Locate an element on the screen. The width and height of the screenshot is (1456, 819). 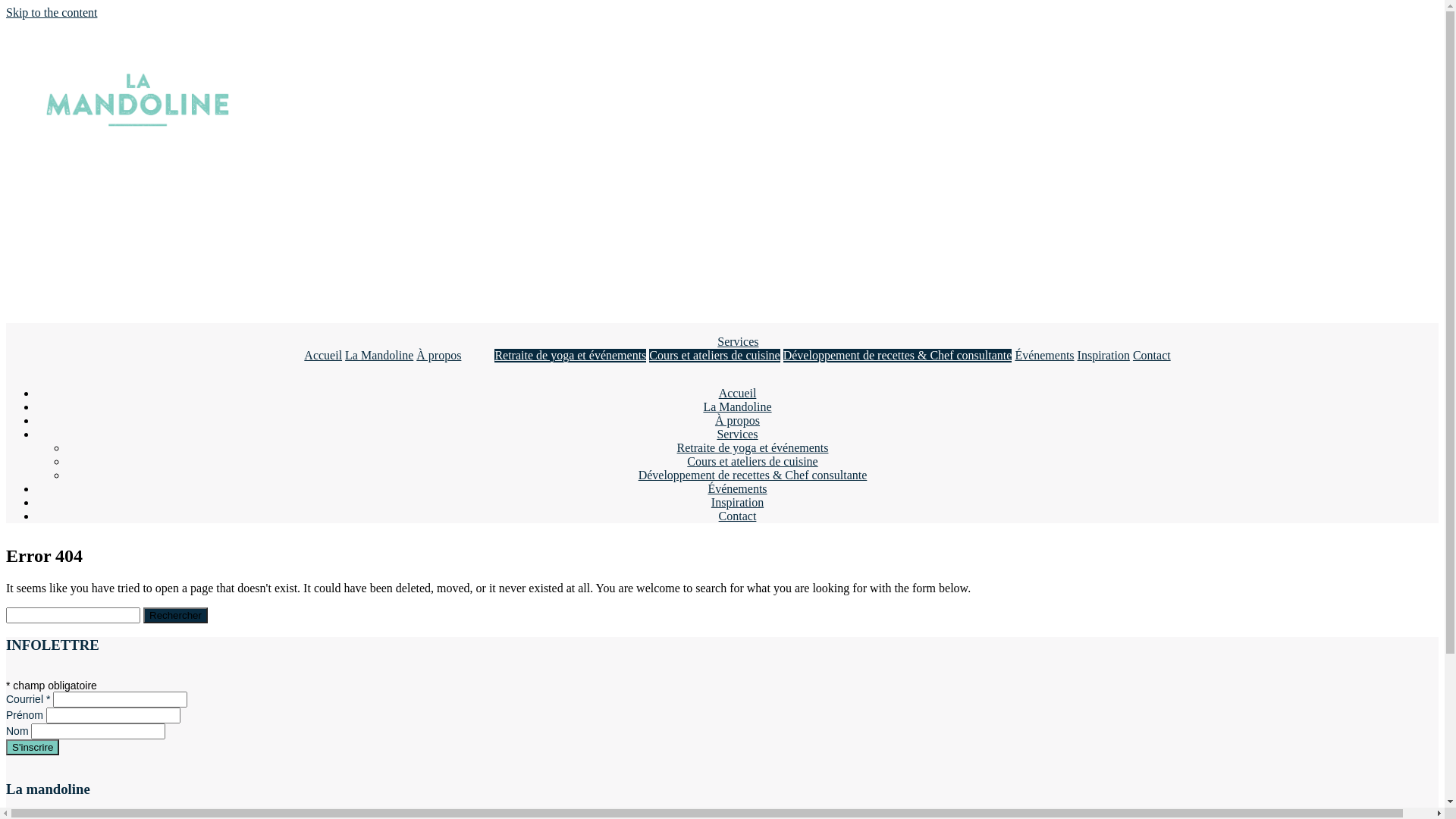
'Services' is located at coordinates (736, 434).